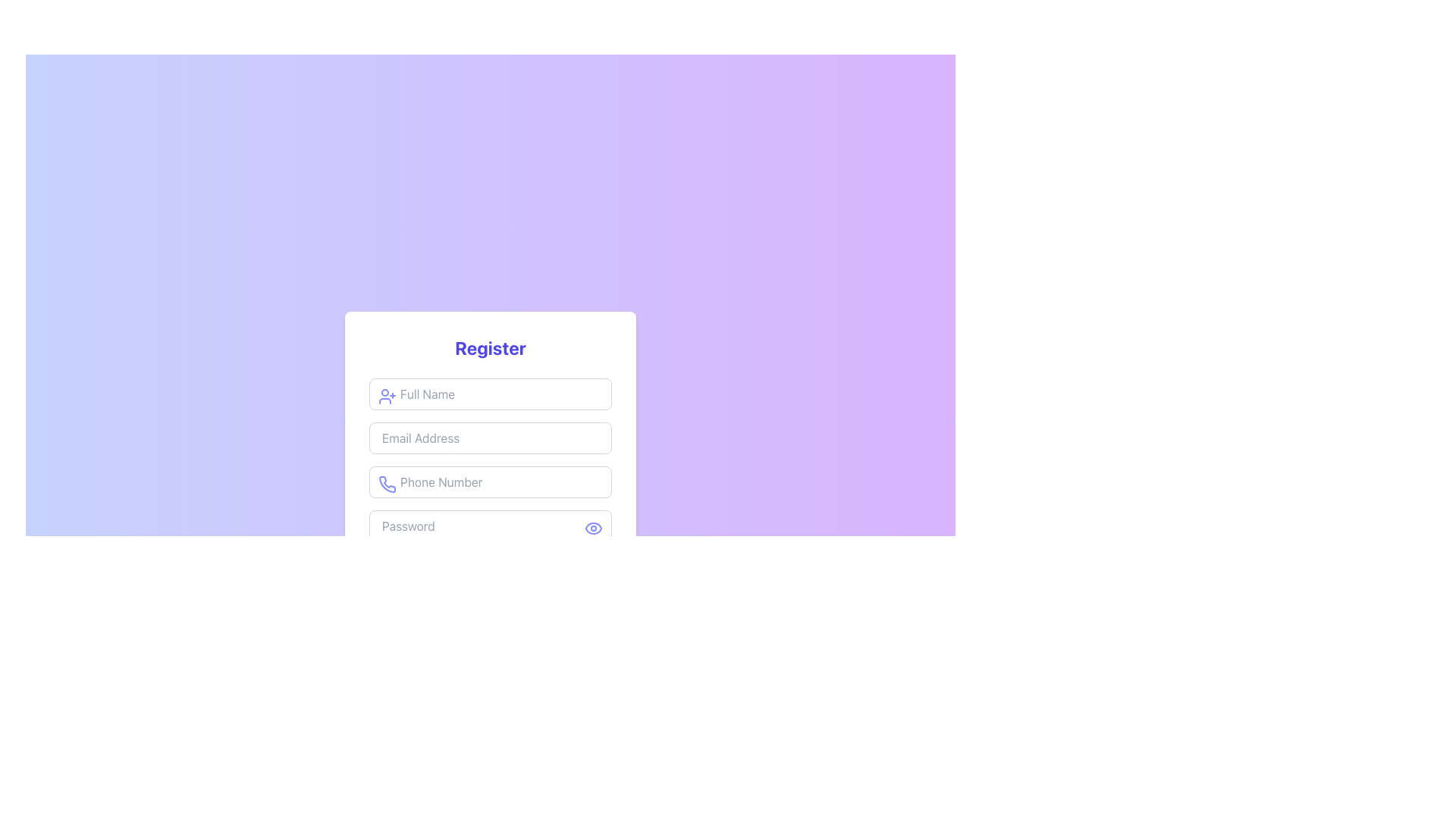 This screenshot has height=819, width=1456. I want to click on the small indigo eye icon located at the top-right corner of the password input field, so click(592, 528).